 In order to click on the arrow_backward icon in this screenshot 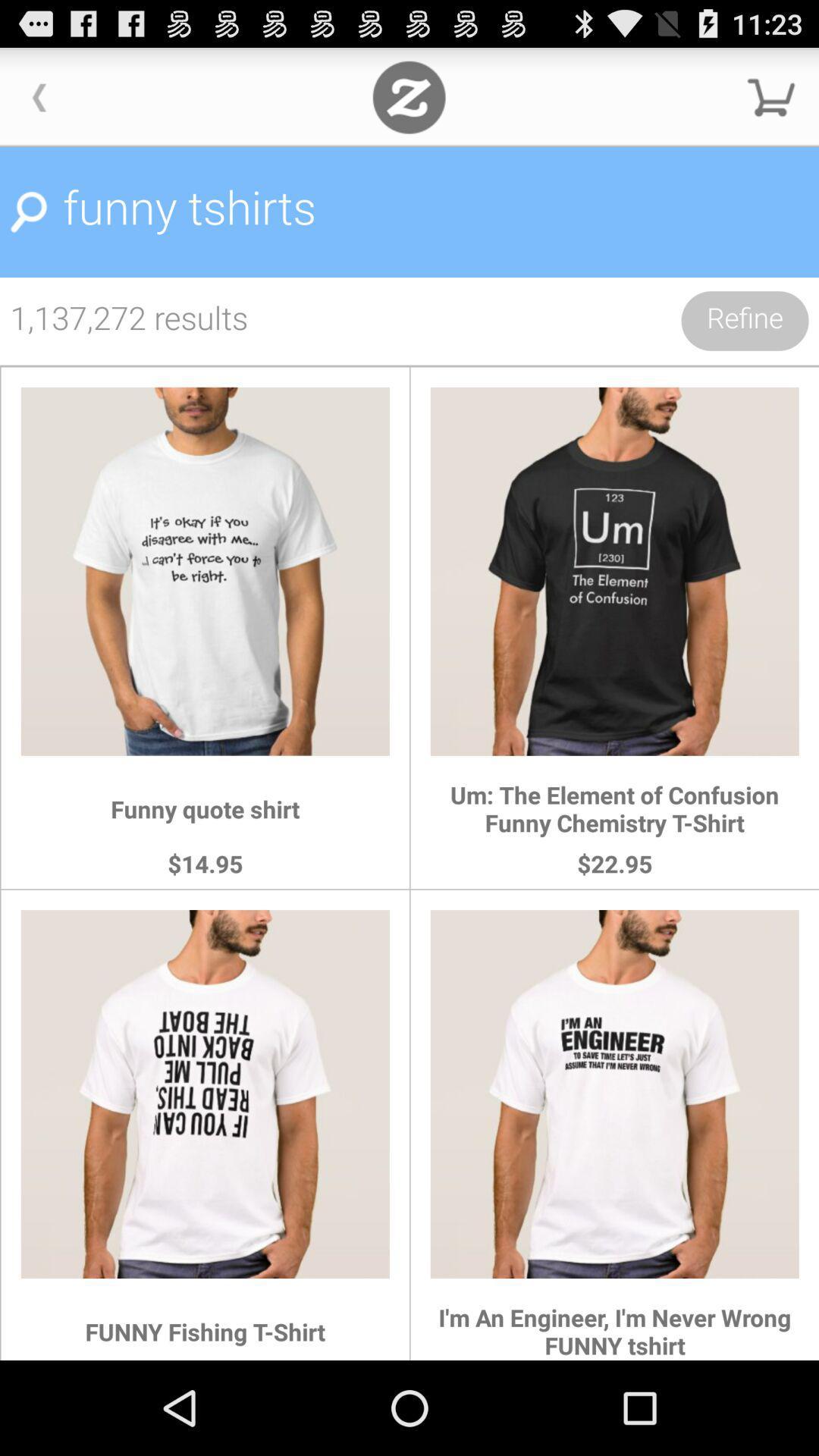, I will do `click(39, 103)`.